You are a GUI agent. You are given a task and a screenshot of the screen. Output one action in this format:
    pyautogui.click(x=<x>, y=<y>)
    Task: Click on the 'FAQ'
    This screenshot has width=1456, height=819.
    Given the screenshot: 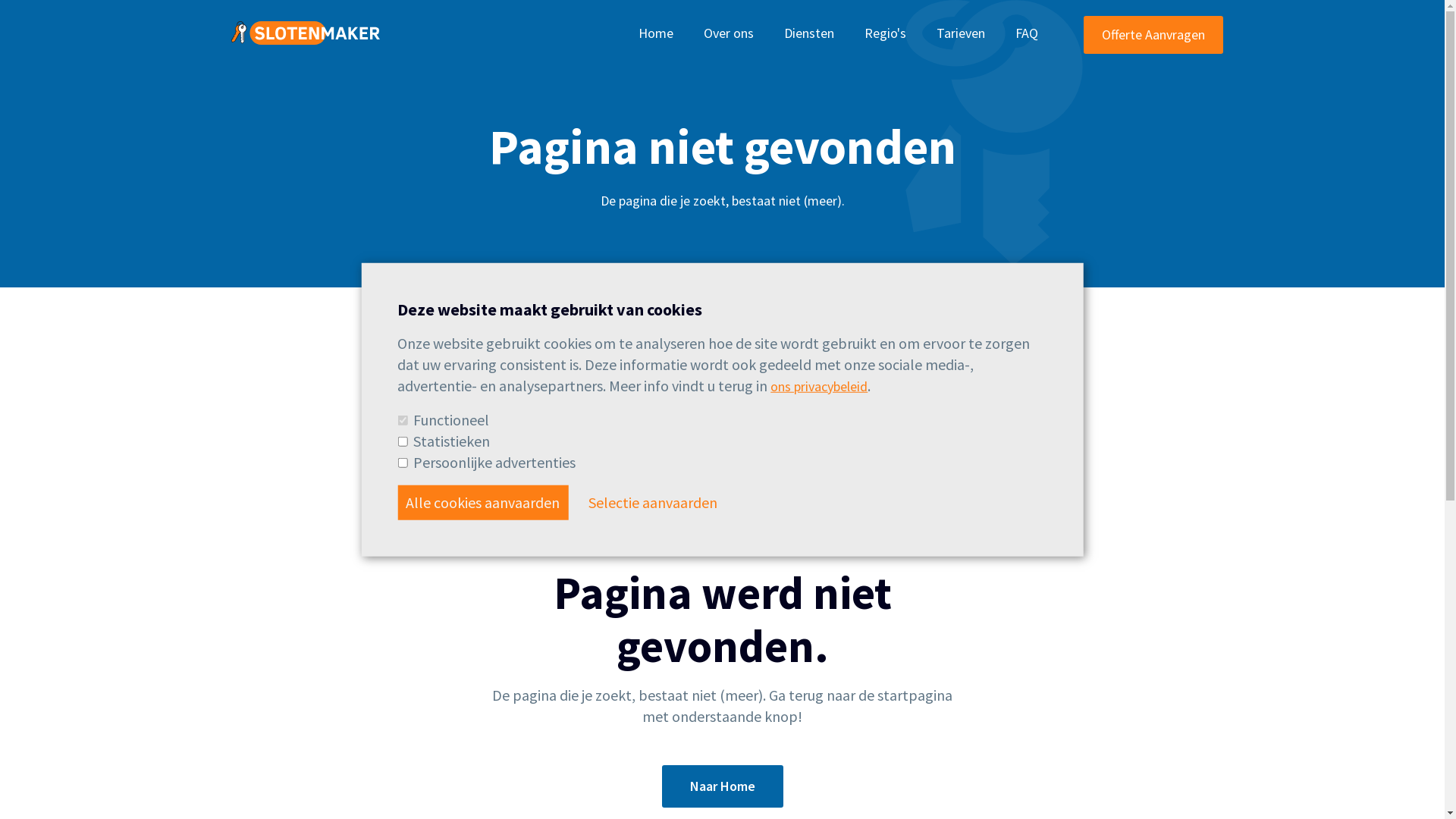 What is the action you would take?
    pyautogui.click(x=1026, y=33)
    